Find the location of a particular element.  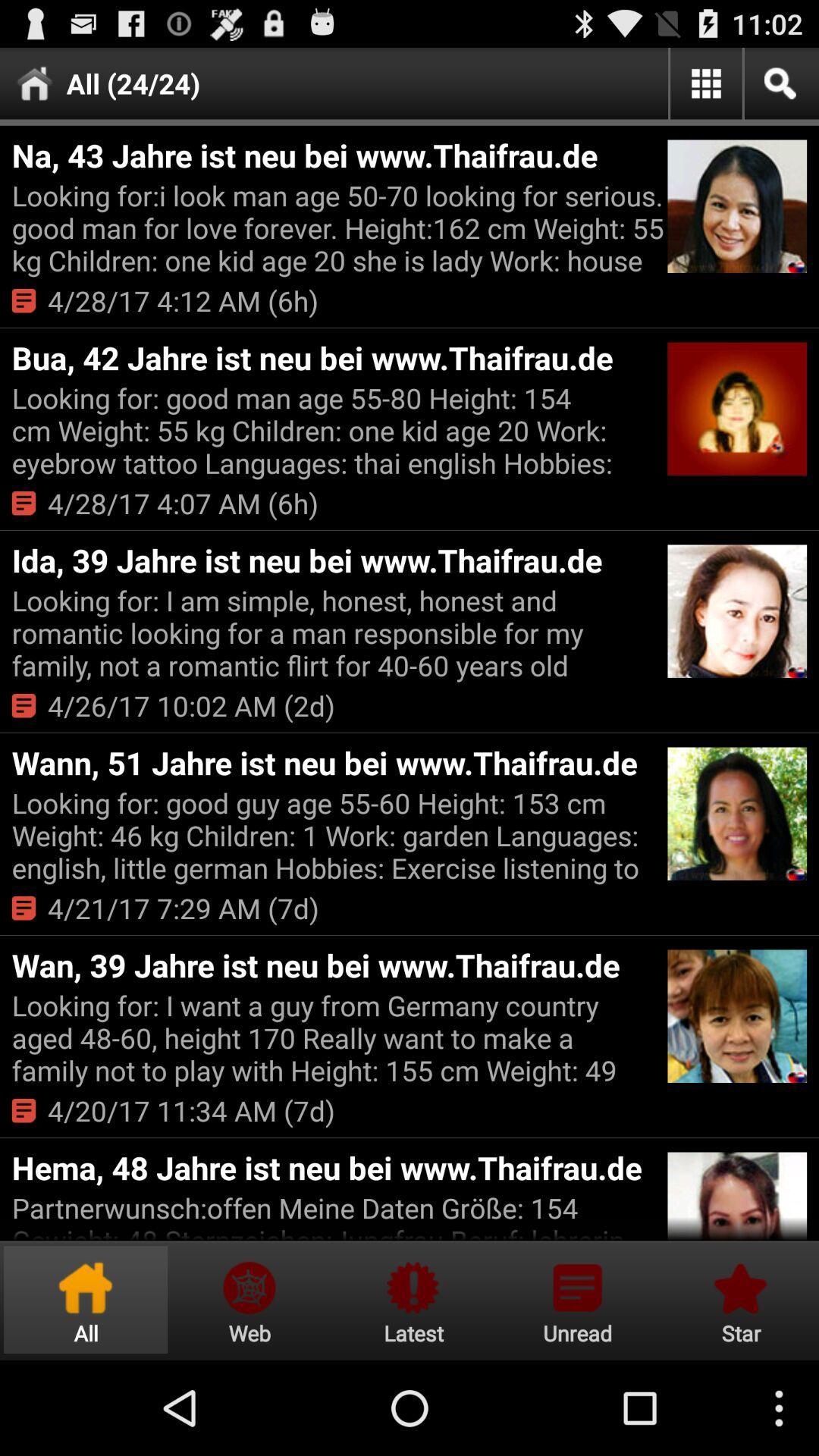

a star rating button is located at coordinates (738, 1299).